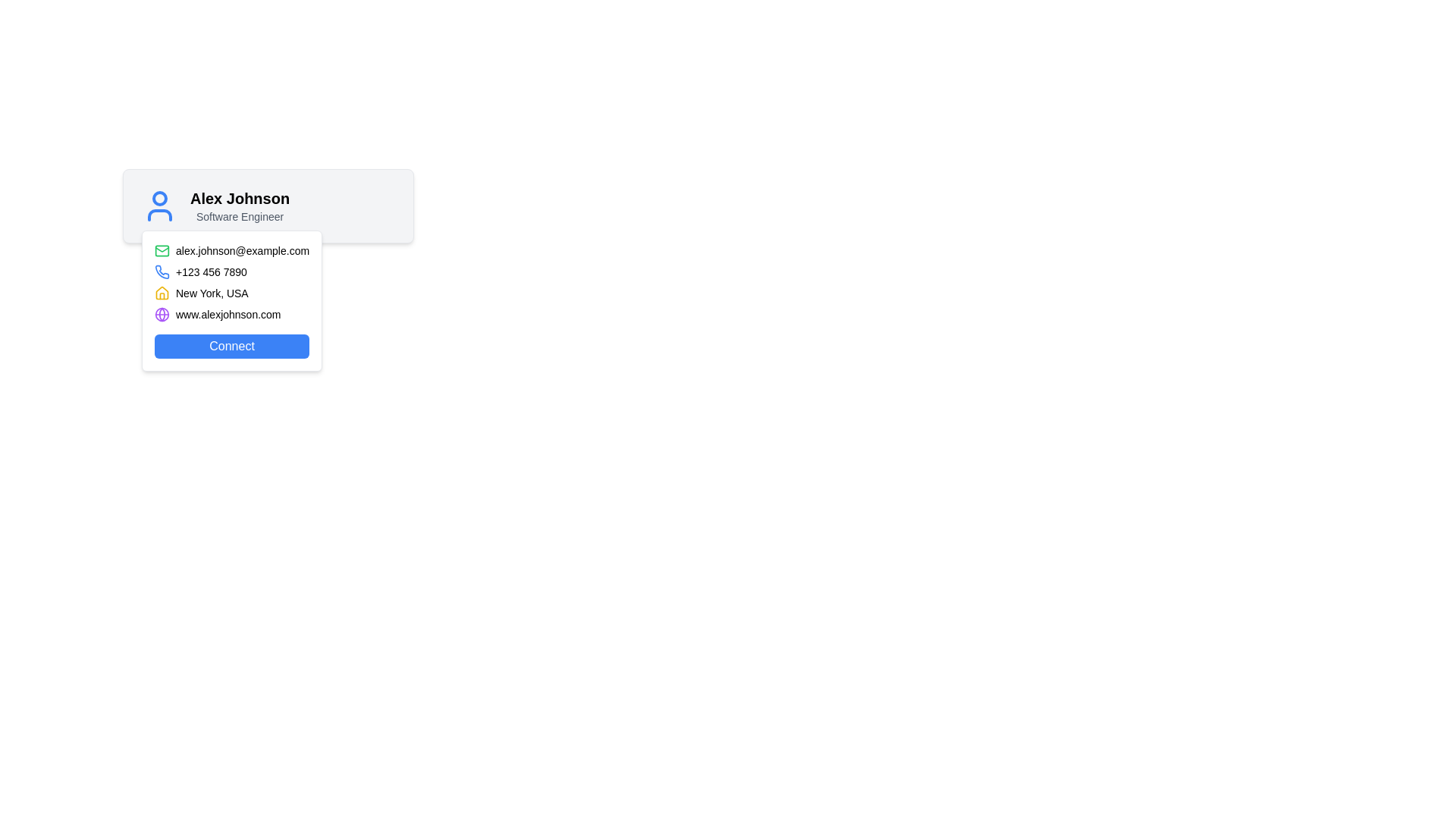 The width and height of the screenshot is (1456, 819). Describe the element at coordinates (239, 198) in the screenshot. I see `text element displaying the name 'Alex Johnson' in bold within the user profile card` at that location.